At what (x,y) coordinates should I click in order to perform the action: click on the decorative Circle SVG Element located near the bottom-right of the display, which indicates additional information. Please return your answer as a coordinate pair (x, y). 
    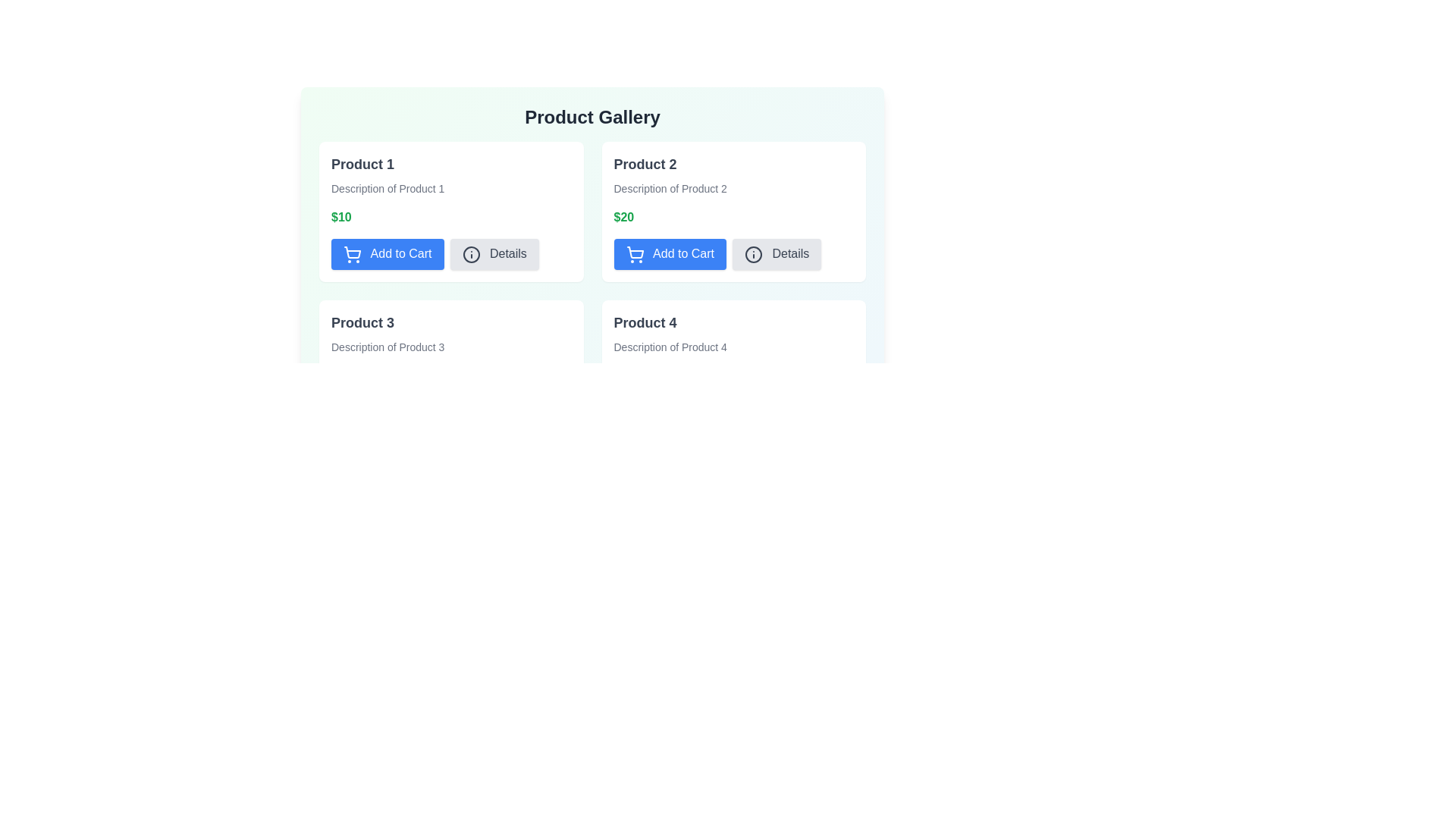
    Looking at the image, I should click on (753, 412).